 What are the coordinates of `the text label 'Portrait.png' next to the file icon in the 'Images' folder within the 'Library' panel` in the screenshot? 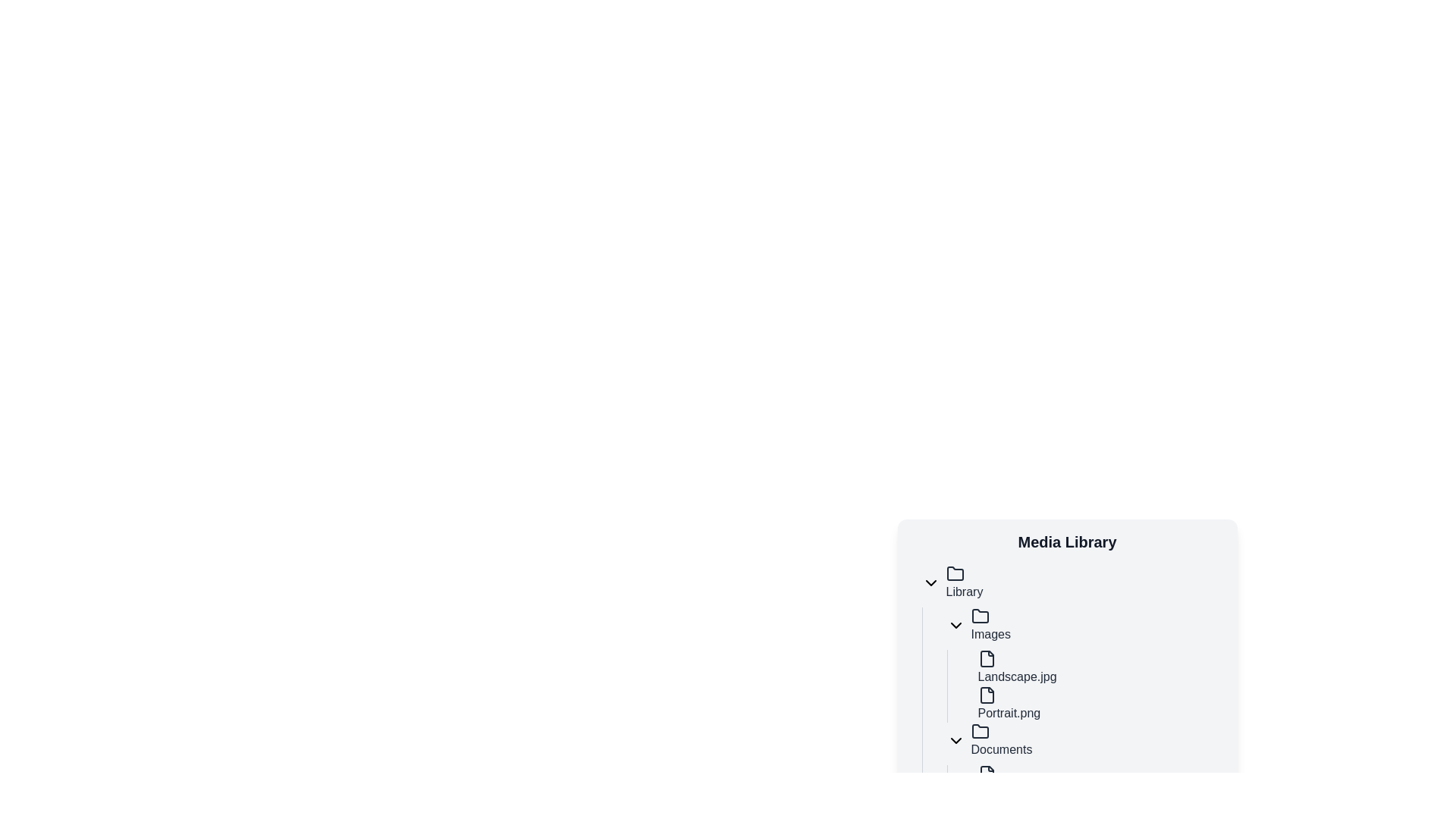 It's located at (1009, 704).